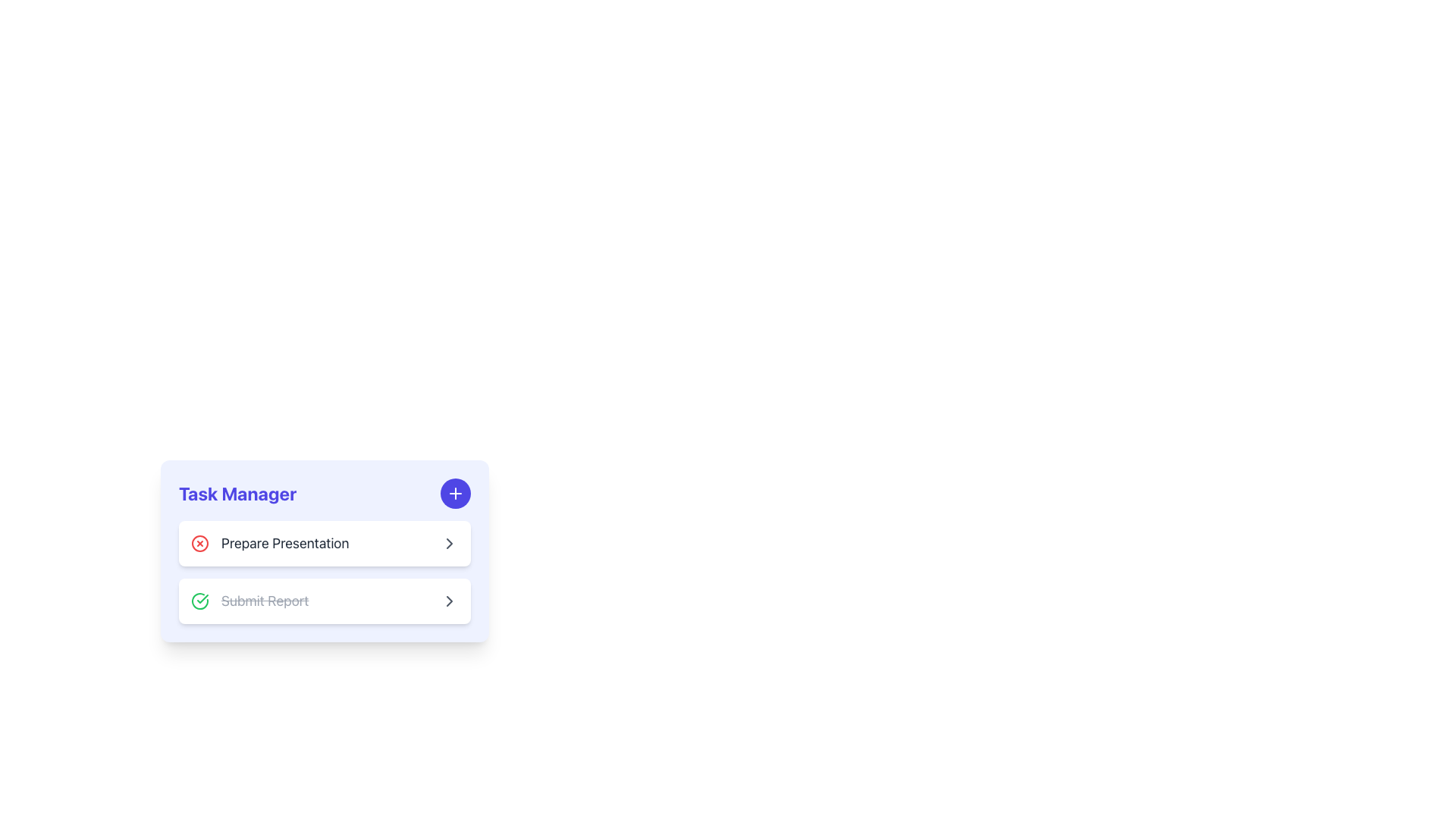 This screenshot has height=819, width=1456. Describe the element at coordinates (237, 494) in the screenshot. I see `the 'Task Manager' heading displayed in bold indigo text, located at the top of the card component` at that location.